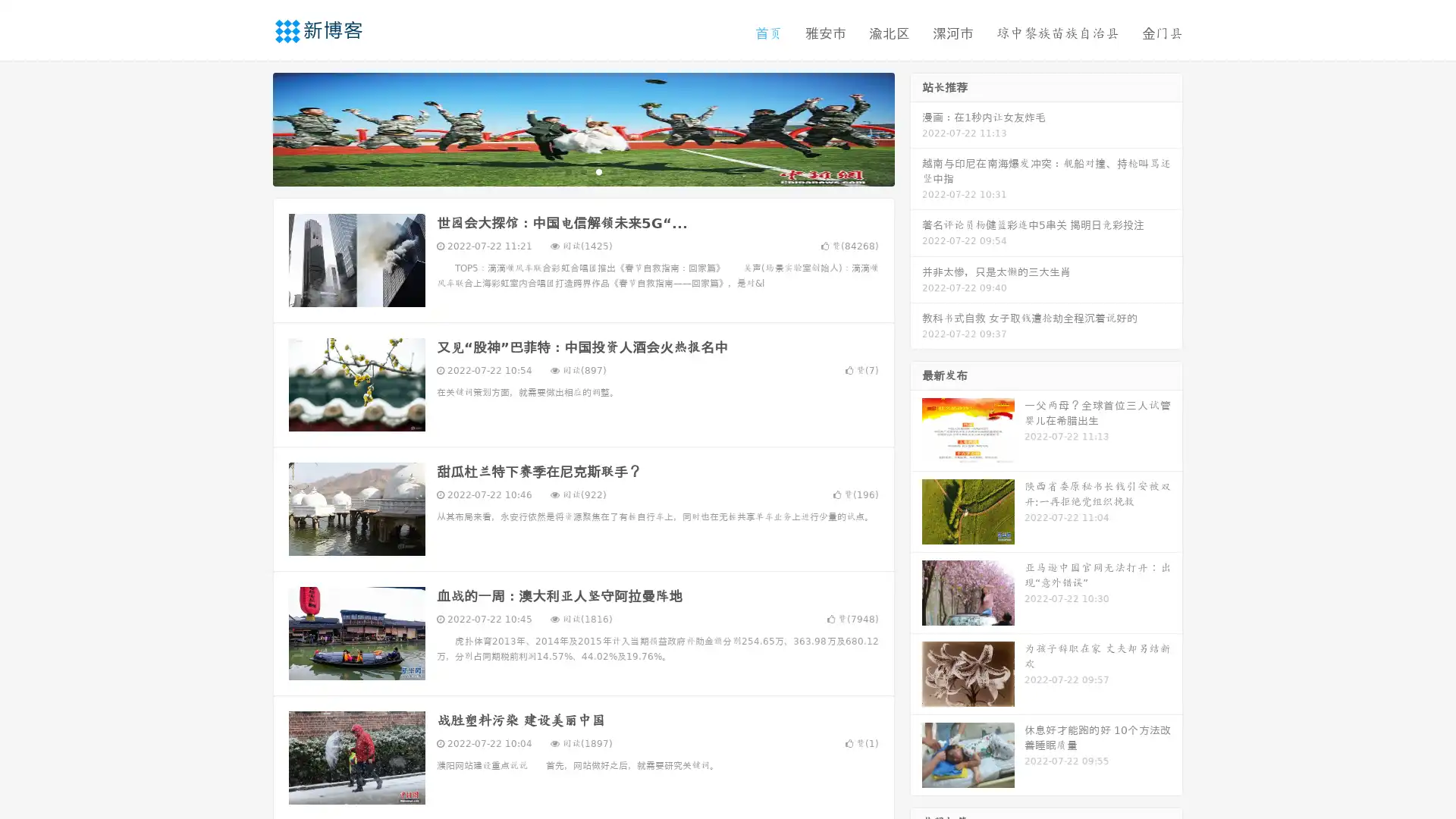 The width and height of the screenshot is (1456, 819). What do you see at coordinates (567, 171) in the screenshot?
I see `Go to slide 1` at bounding box center [567, 171].